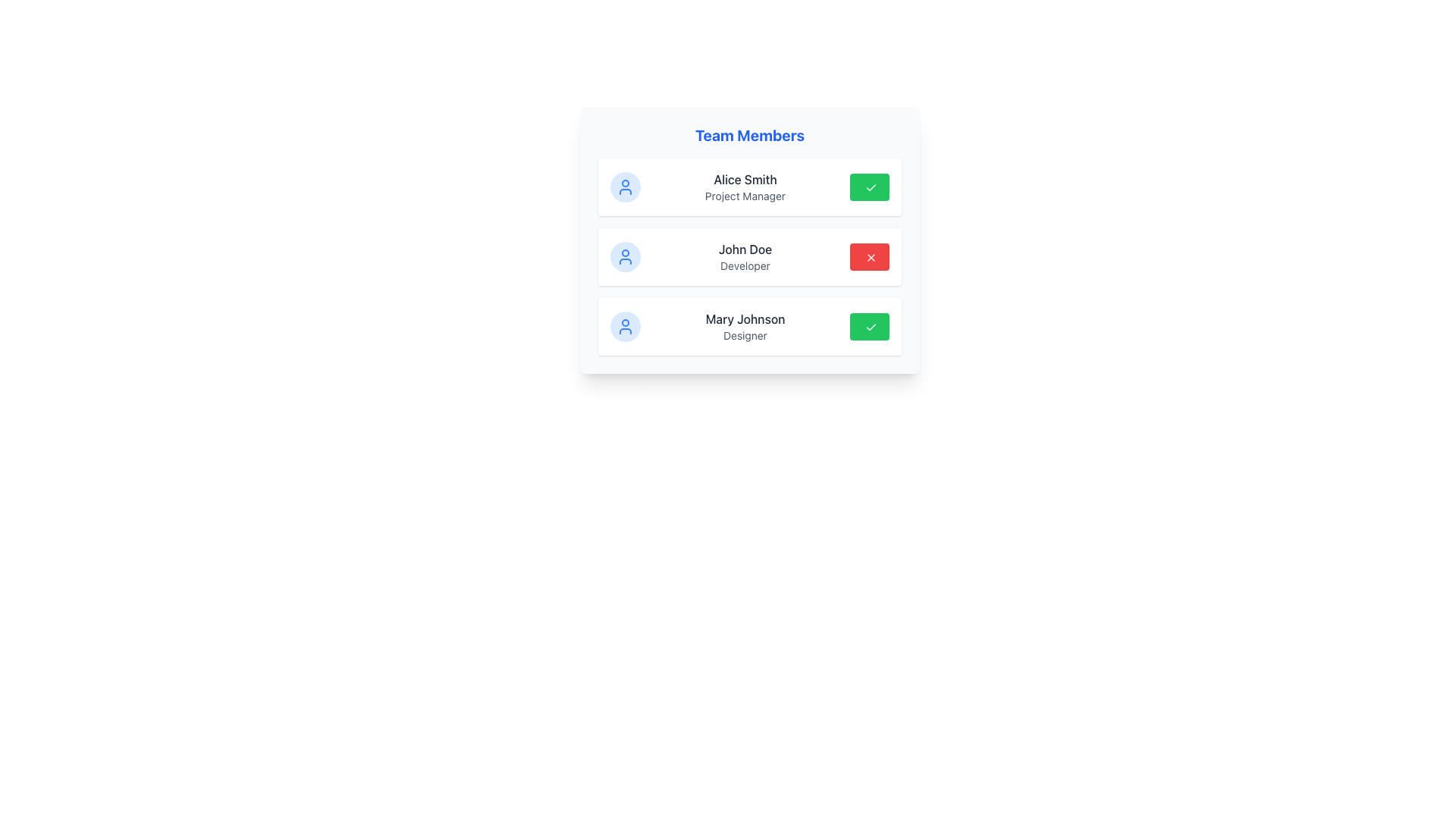 The width and height of the screenshot is (1456, 819). What do you see at coordinates (749, 134) in the screenshot?
I see `text of the header element that displays 'Team Members', which is styled in bold and large blue font, located at the top of the panel` at bounding box center [749, 134].